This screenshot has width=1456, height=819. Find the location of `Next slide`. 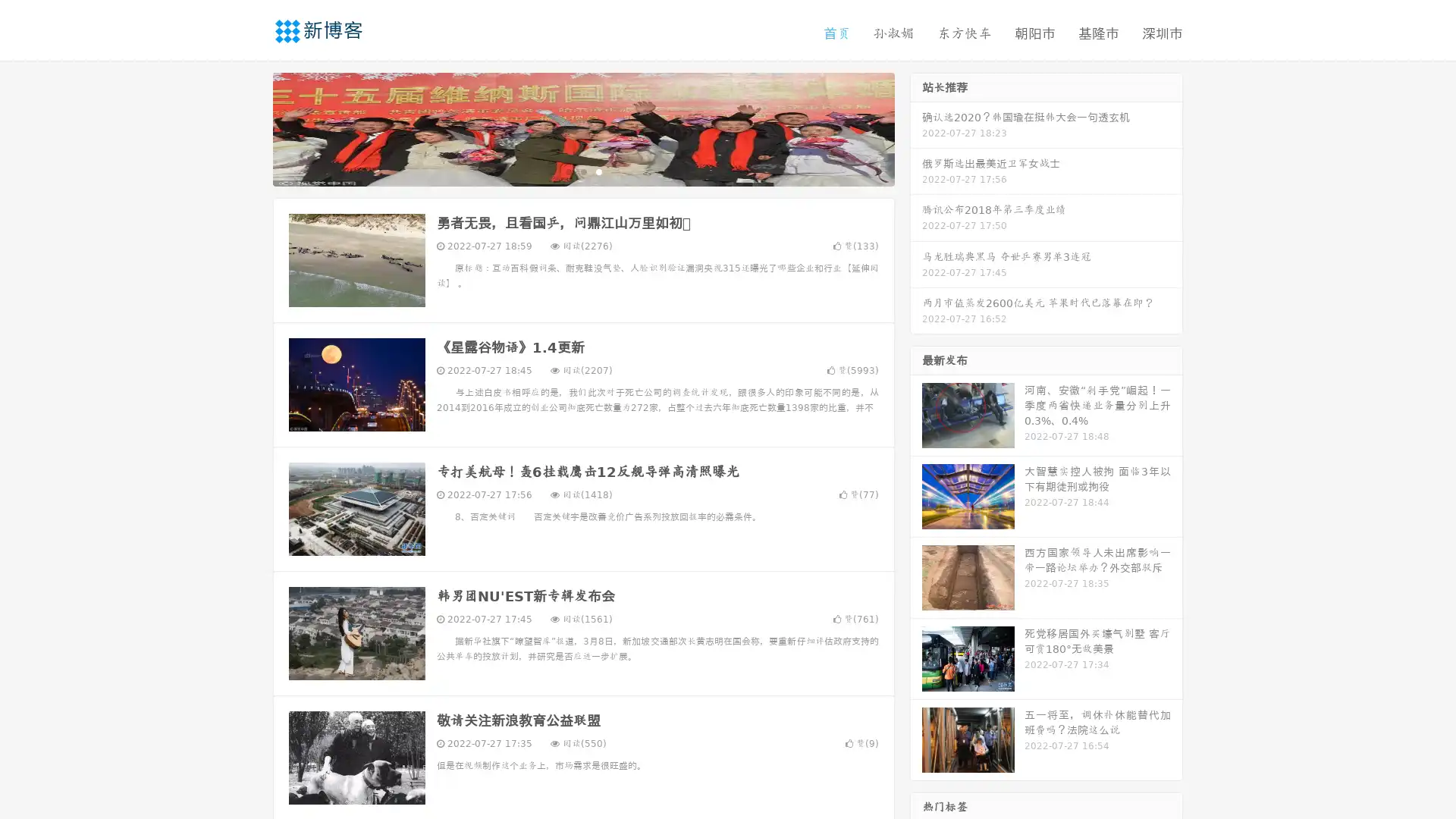

Next slide is located at coordinates (916, 127).